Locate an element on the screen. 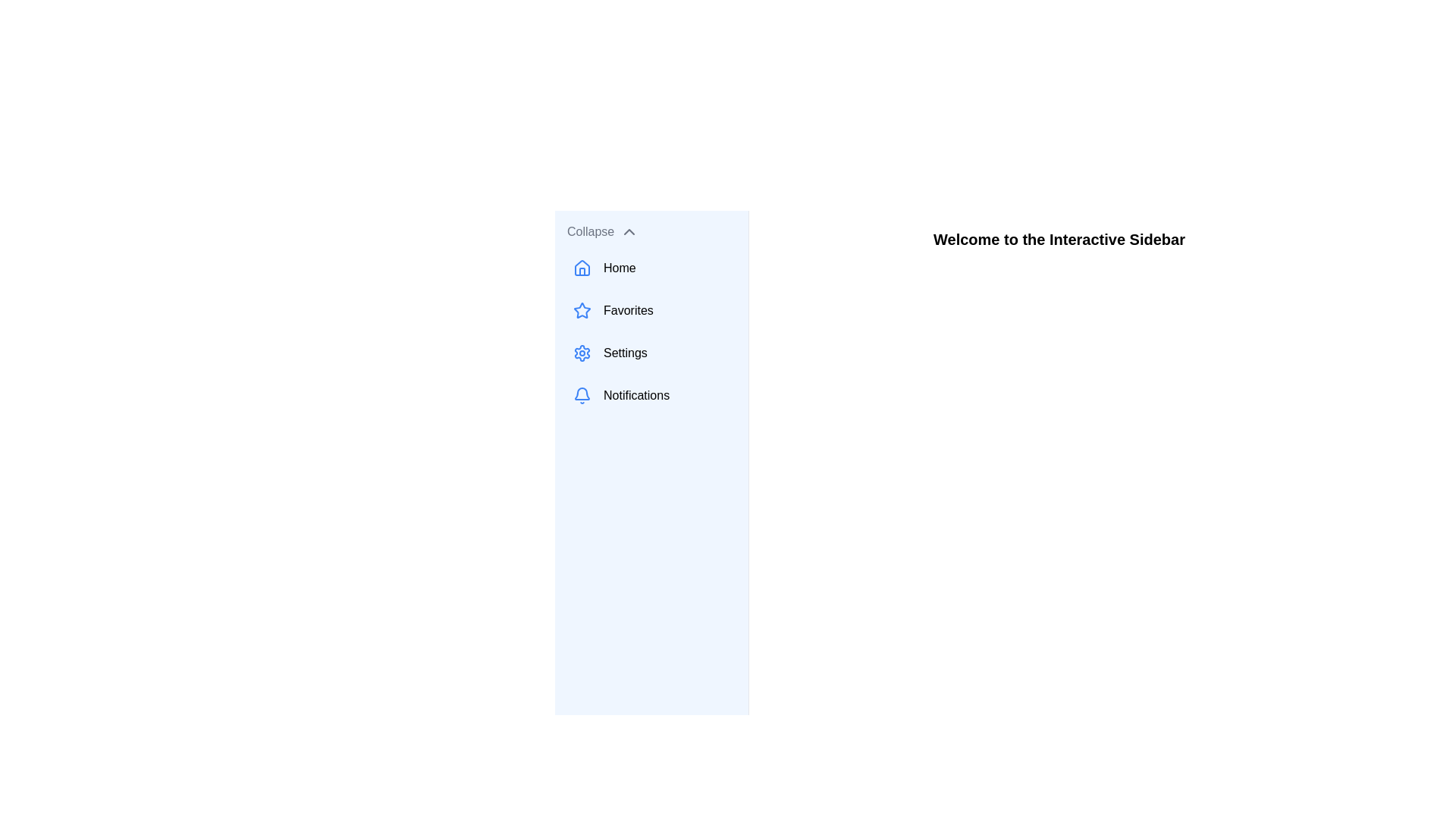  the 'Settings' text label in the vertical menu is located at coordinates (625, 353).